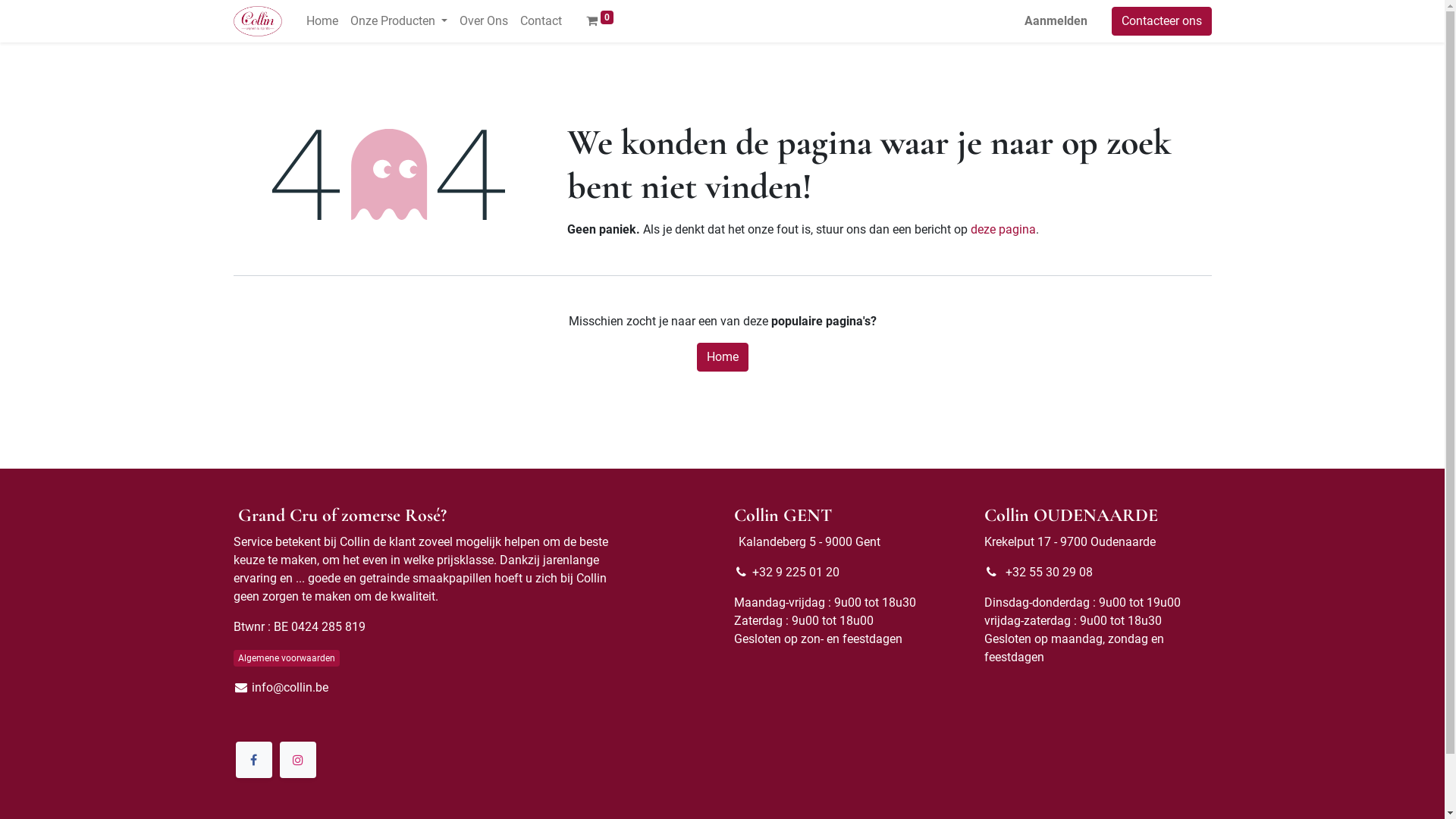 Image resolution: width=1456 pixels, height=819 pixels. What do you see at coordinates (541, 20) in the screenshot?
I see `'Contact'` at bounding box center [541, 20].